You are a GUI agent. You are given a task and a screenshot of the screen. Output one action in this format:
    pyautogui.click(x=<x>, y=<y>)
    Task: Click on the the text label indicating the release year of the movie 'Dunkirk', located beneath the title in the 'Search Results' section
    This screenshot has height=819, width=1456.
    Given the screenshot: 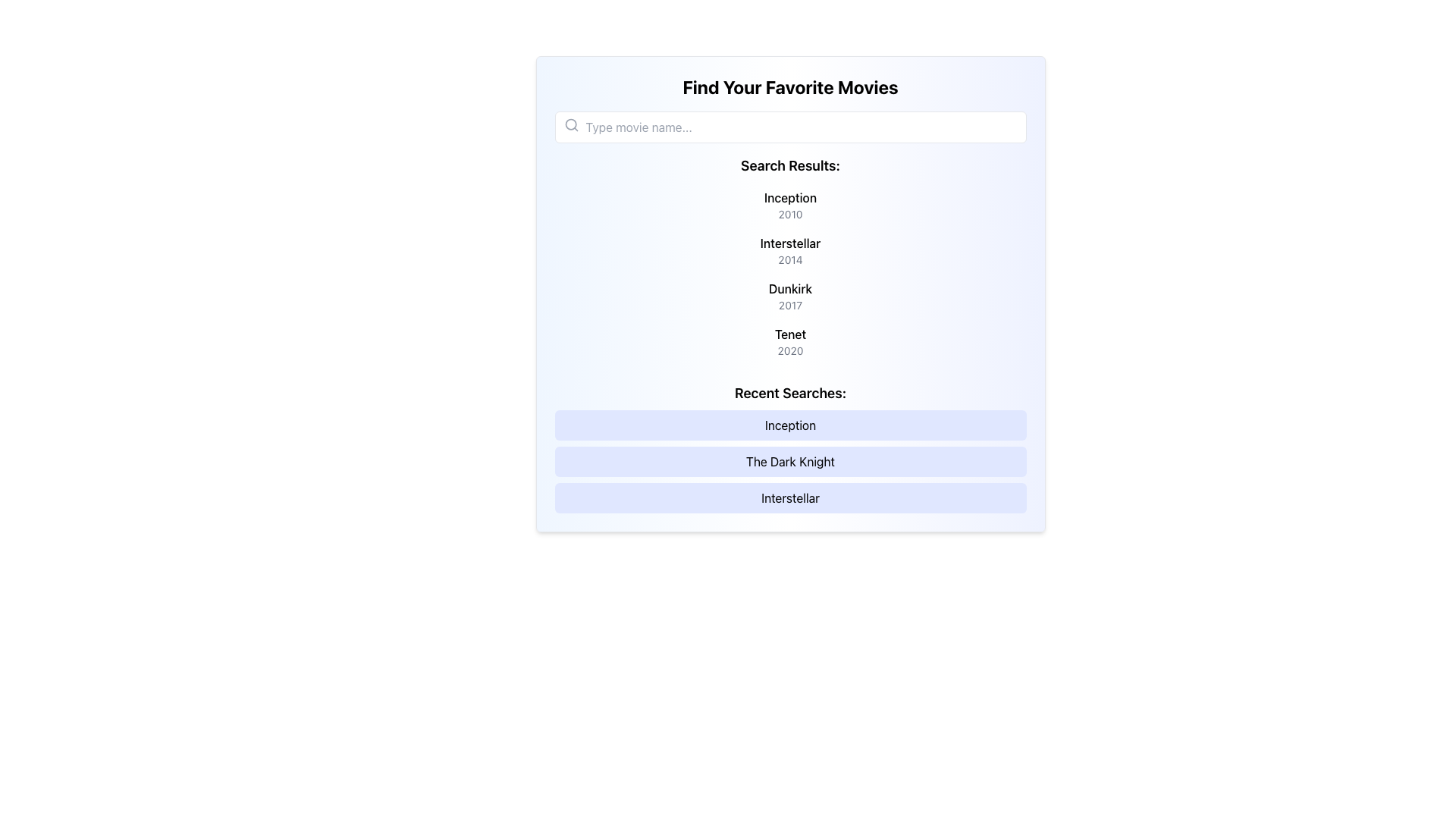 What is the action you would take?
    pyautogui.click(x=789, y=305)
    